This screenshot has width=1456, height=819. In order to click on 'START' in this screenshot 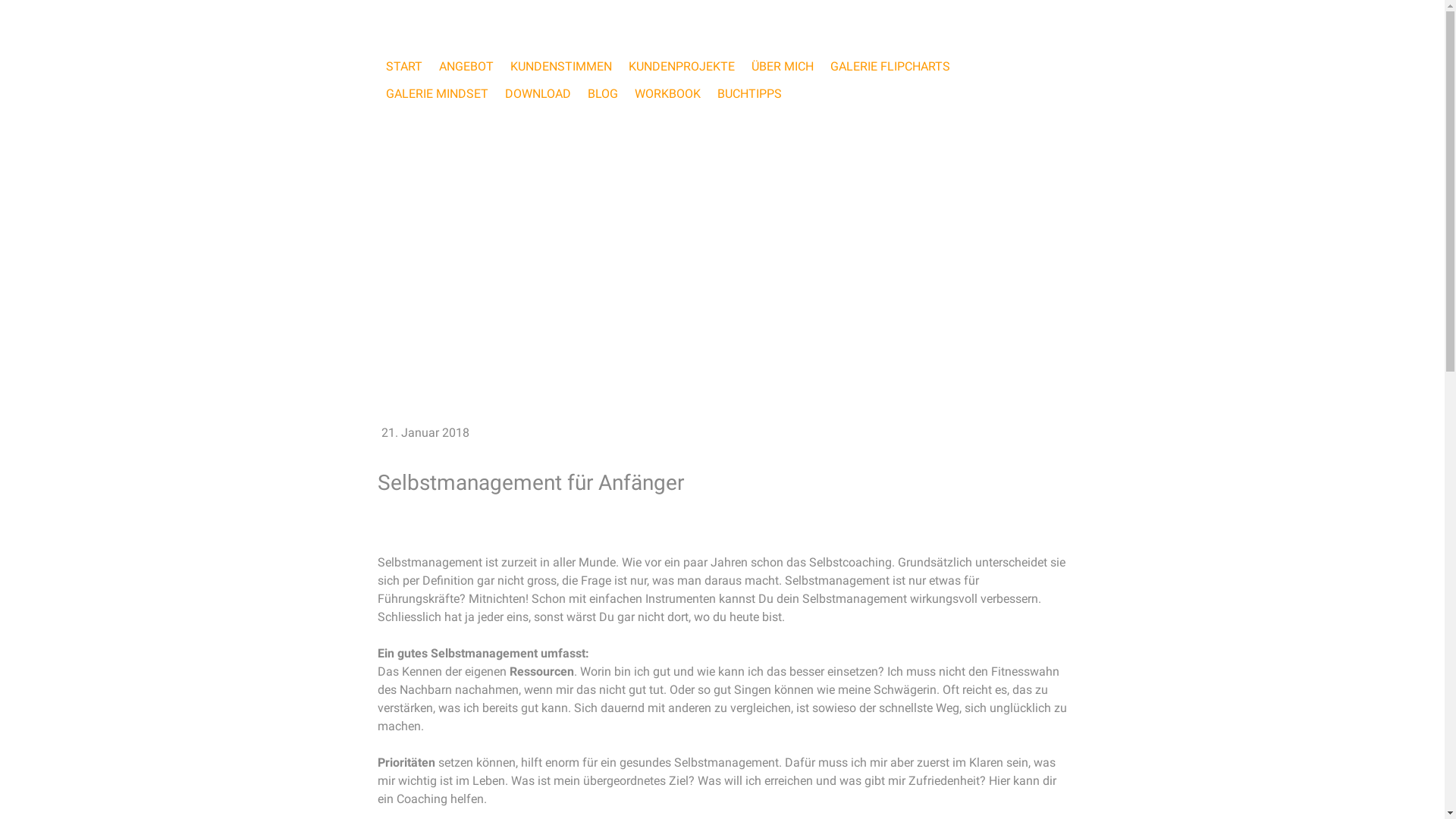, I will do `click(378, 66)`.